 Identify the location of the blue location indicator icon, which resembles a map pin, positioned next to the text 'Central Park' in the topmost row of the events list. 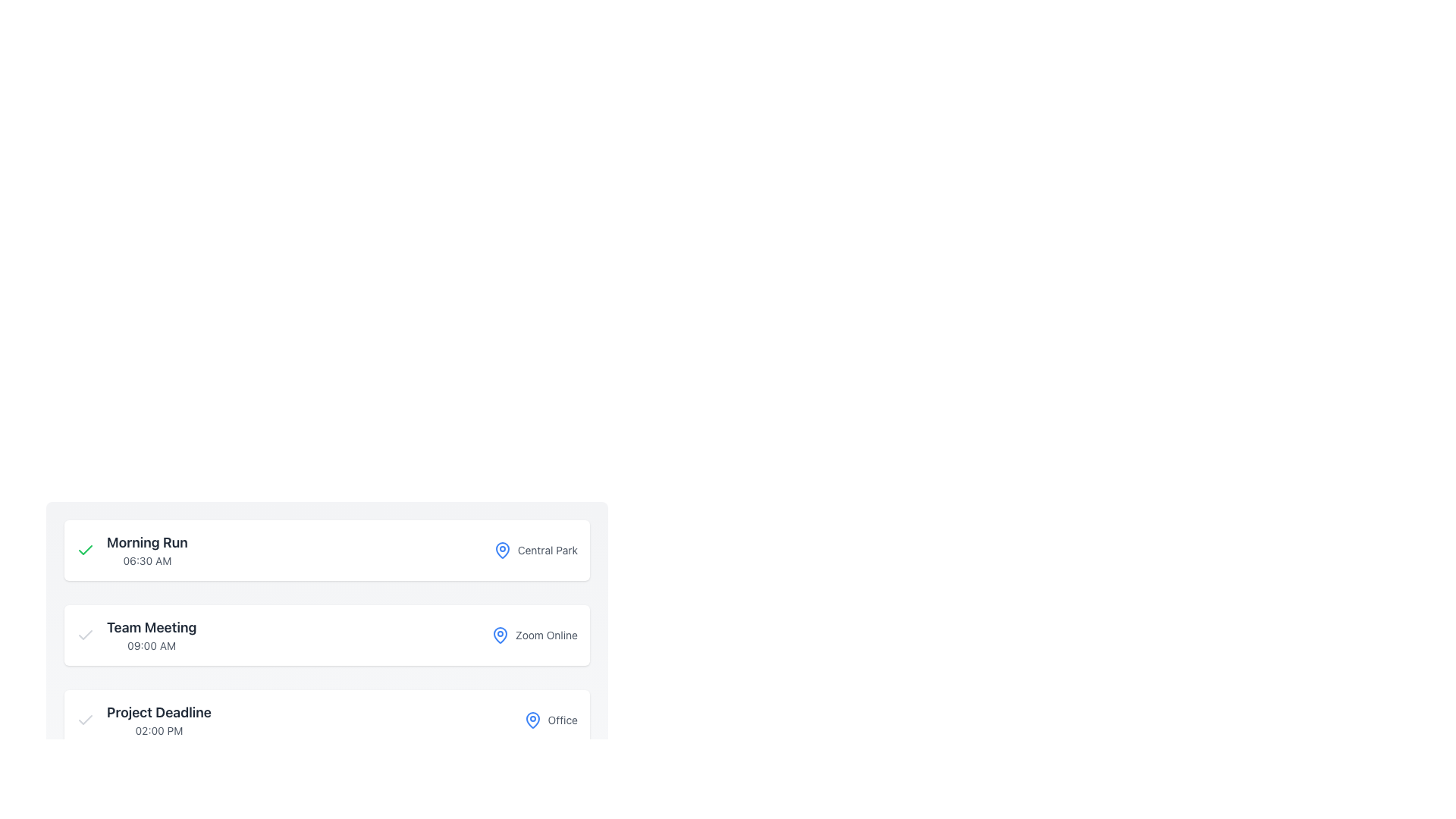
(502, 550).